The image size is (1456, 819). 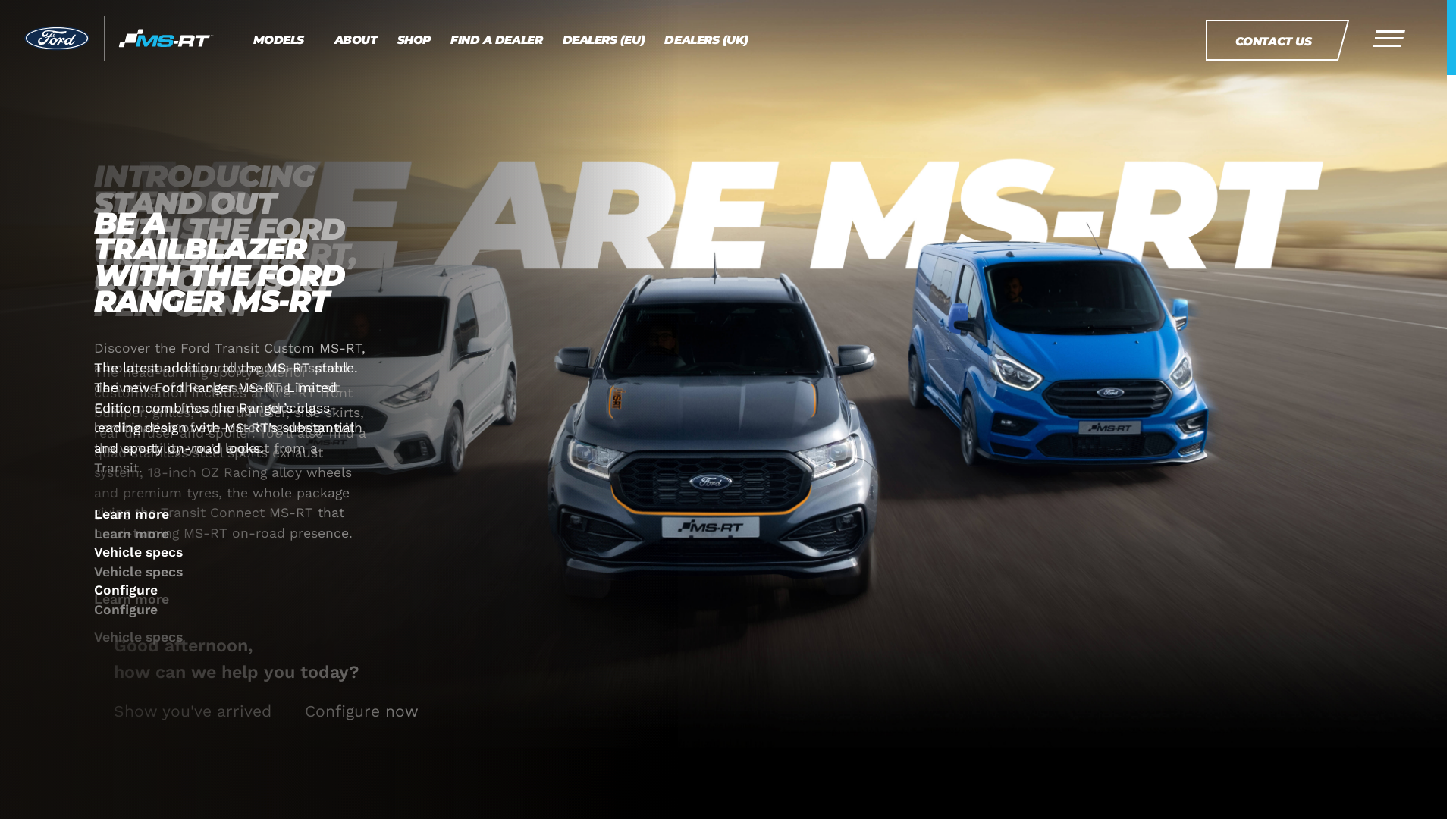 What do you see at coordinates (239, 39) in the screenshot?
I see `'MODELS'` at bounding box center [239, 39].